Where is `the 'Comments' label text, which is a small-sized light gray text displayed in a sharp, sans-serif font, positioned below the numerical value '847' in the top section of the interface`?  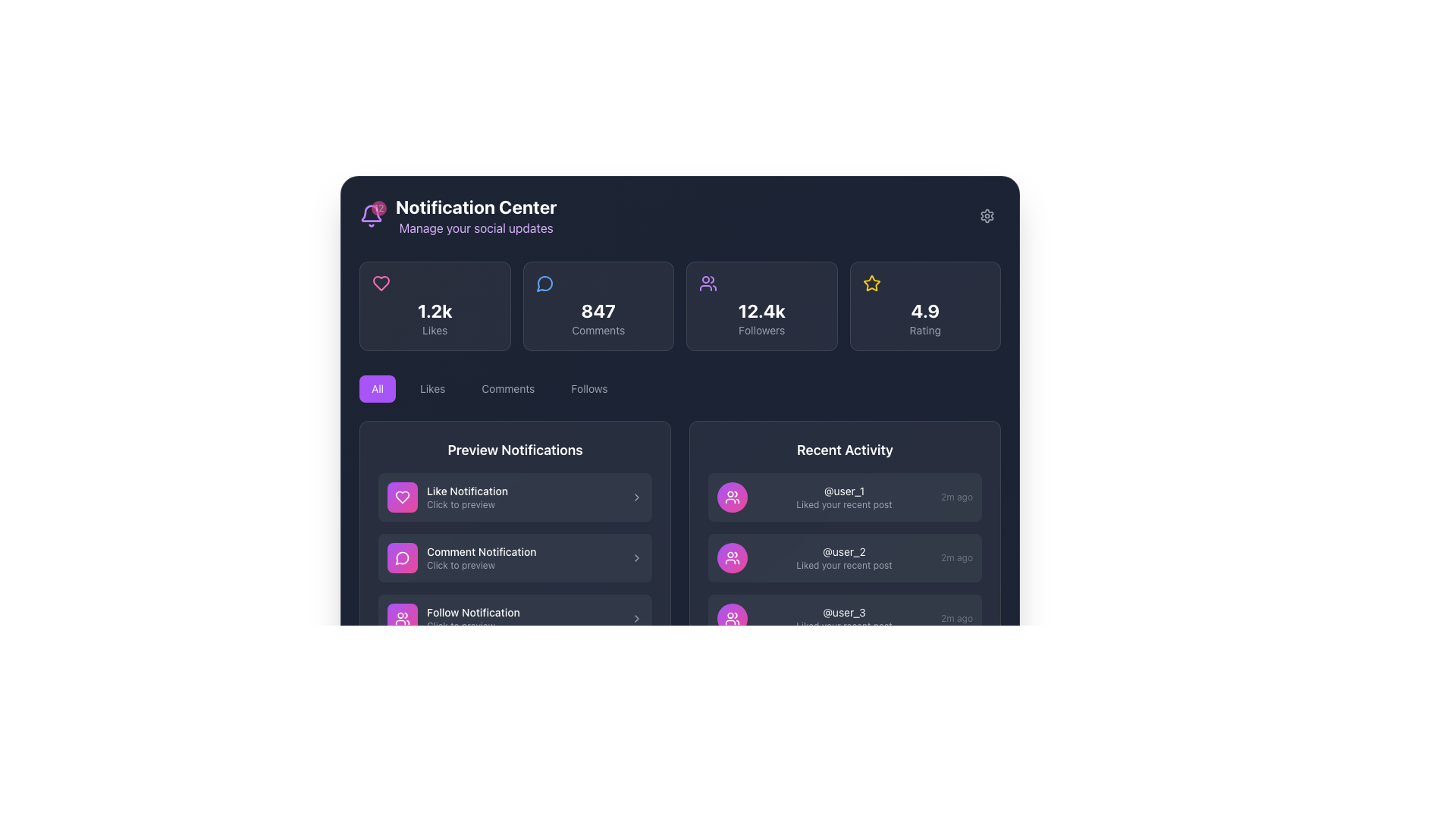
the 'Comments' label text, which is a small-sized light gray text displayed in a sharp, sans-serif font, positioned below the numerical value '847' in the top section of the interface is located at coordinates (598, 329).